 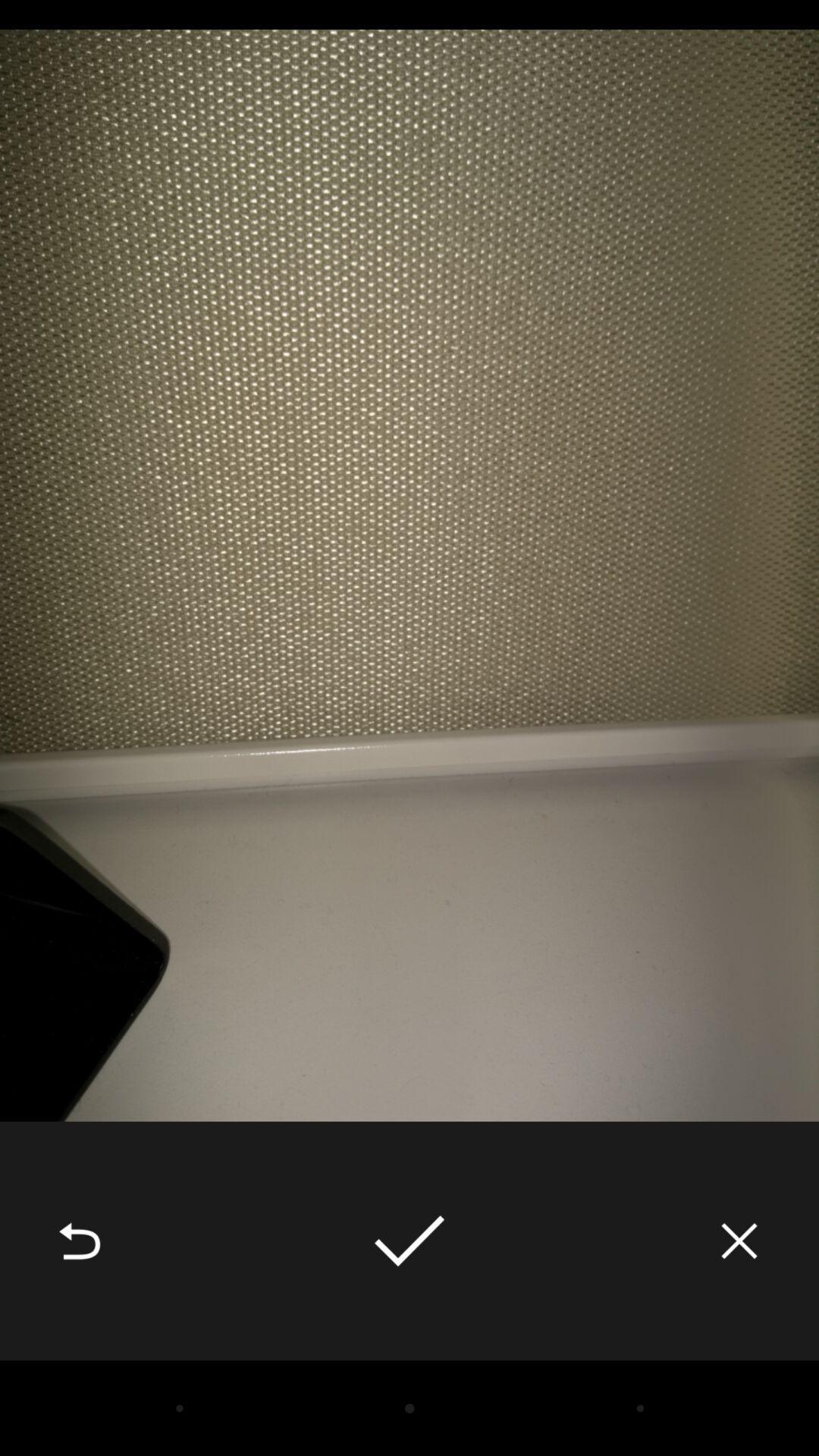 I want to click on the item at the bottom right corner, so click(x=739, y=1241).